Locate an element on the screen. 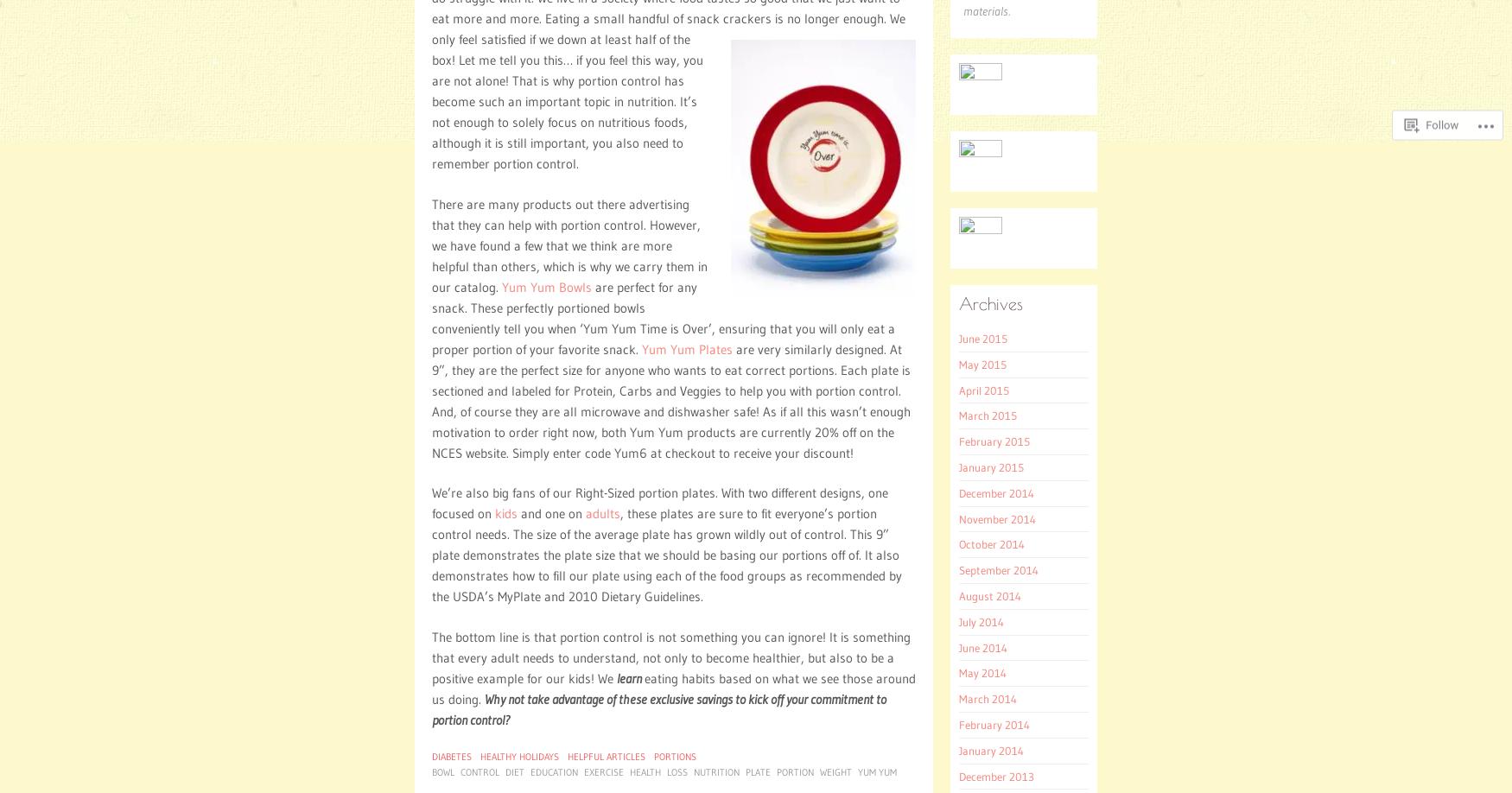 Image resolution: width=1512 pixels, height=793 pixels. 'July 2014' is located at coordinates (980, 619).